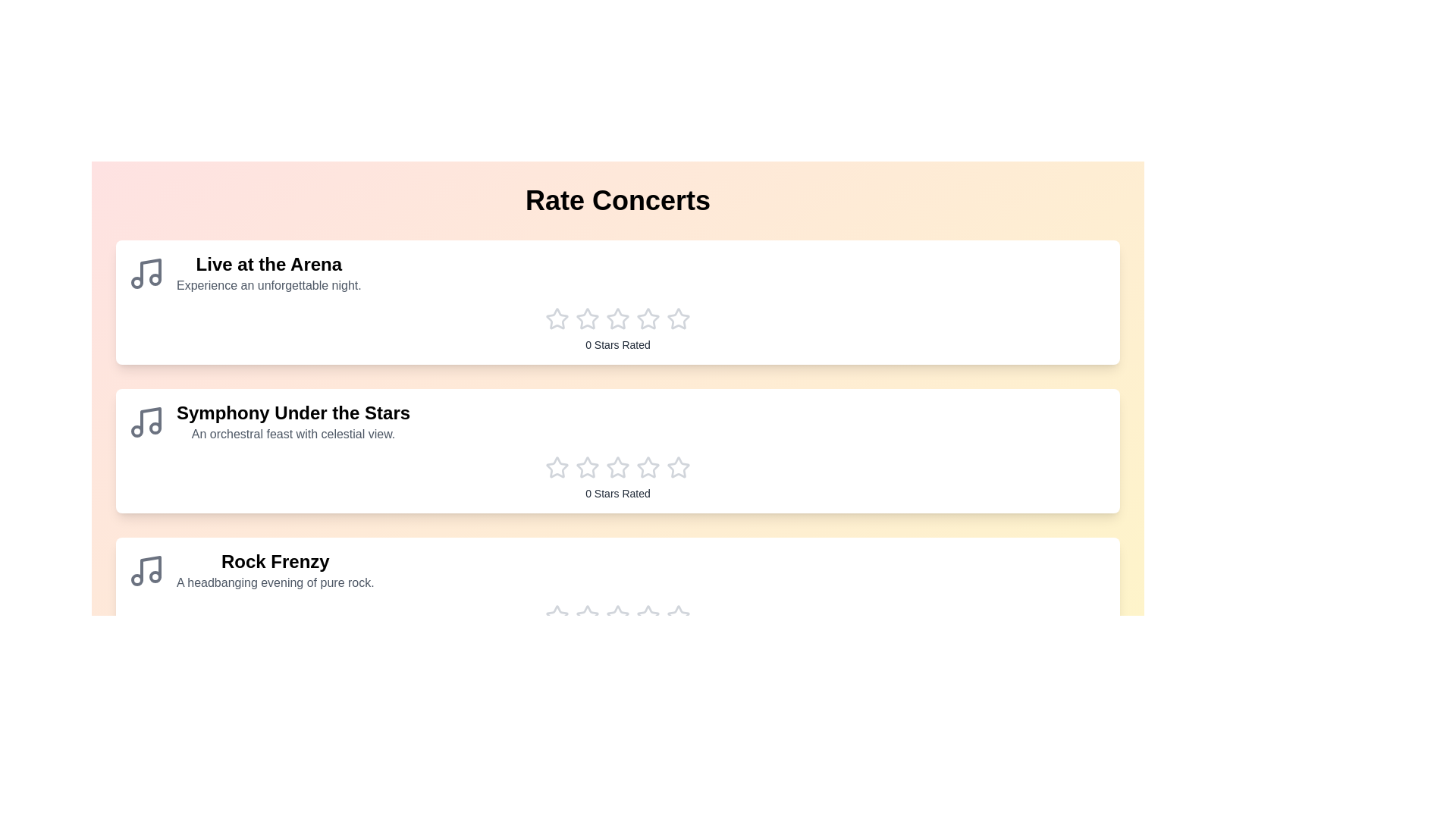 The image size is (1456, 819). I want to click on the star corresponding to the rating 4 for the concert Live at the Arena, so click(648, 318).